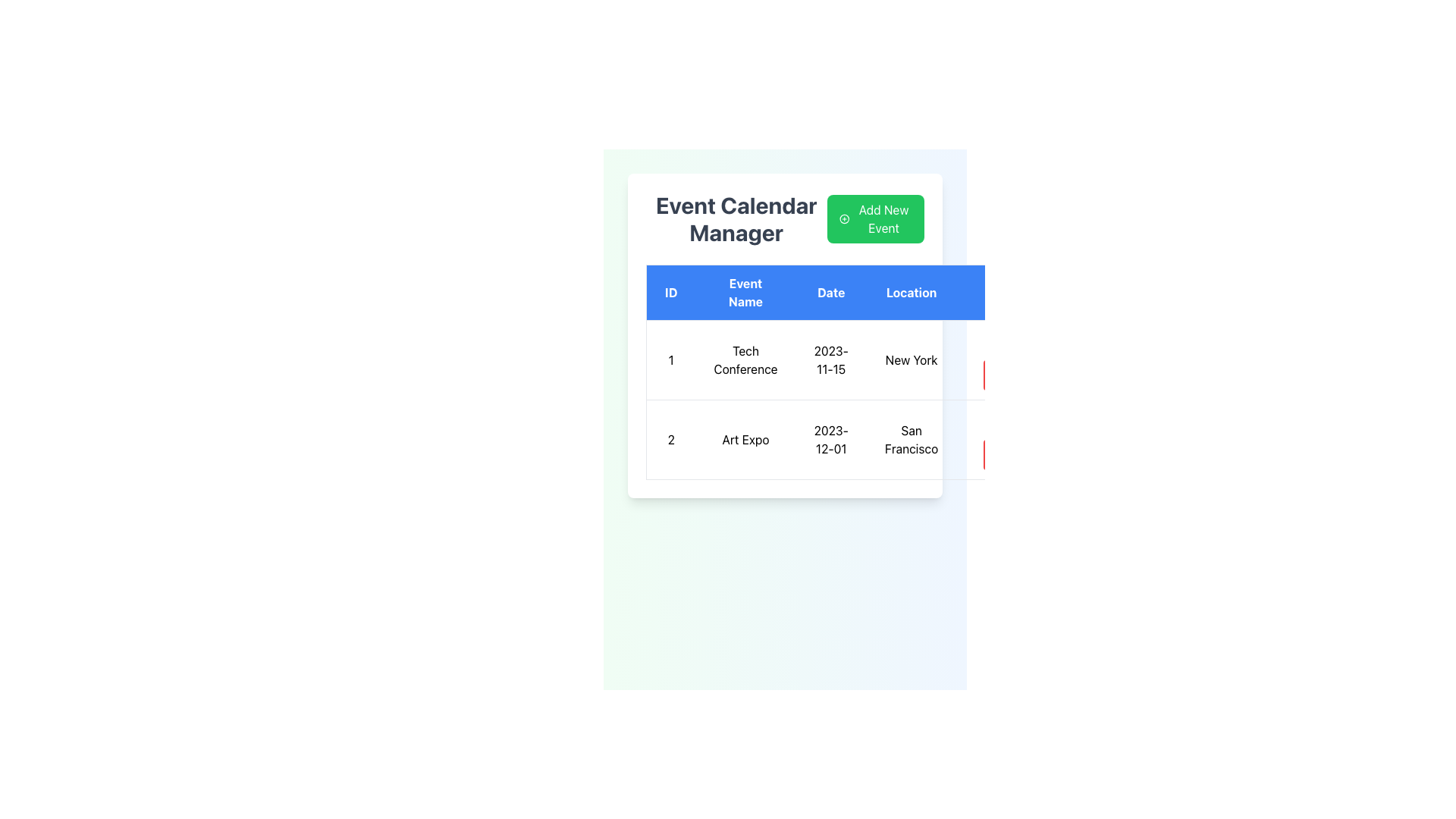 The image size is (1456, 819). What do you see at coordinates (843, 219) in the screenshot?
I see `styles or event bindings of the SVG circle graphic used as the 'Add New Event' icon located at the top right corner of the event management interface` at bounding box center [843, 219].